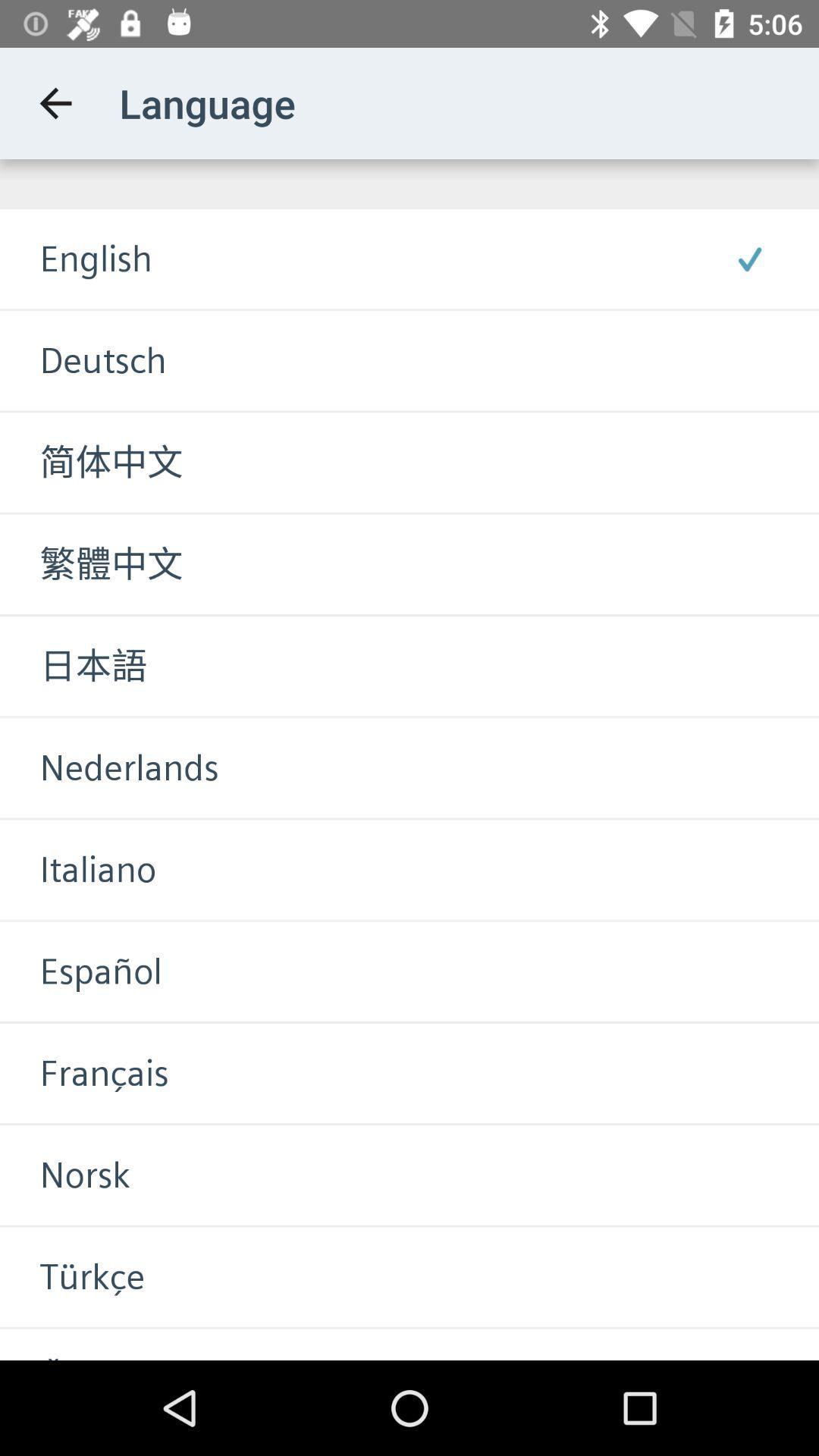 The height and width of the screenshot is (1456, 819). I want to click on item above norsk icon, so click(84, 1072).